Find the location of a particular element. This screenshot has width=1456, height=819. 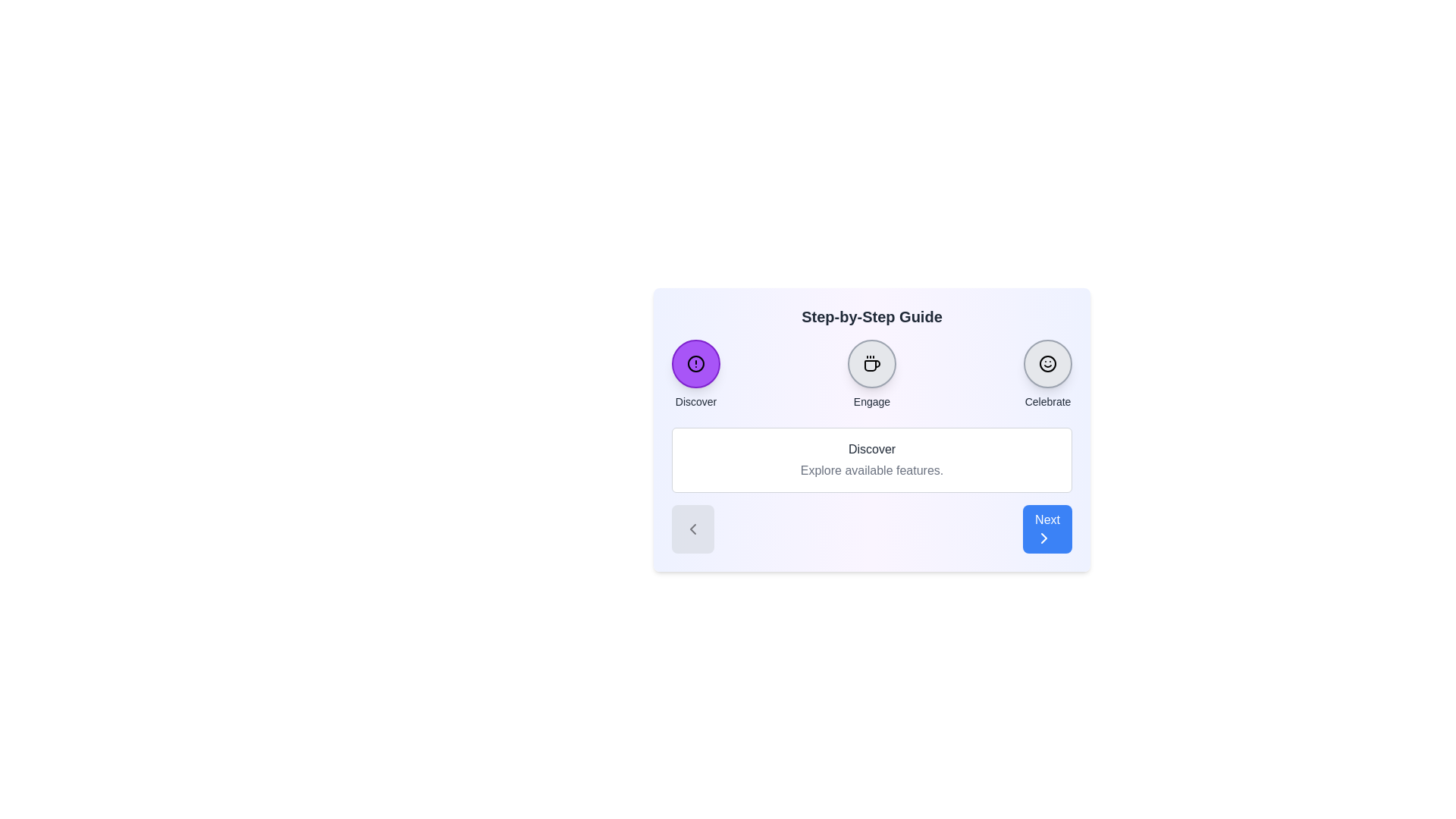

the purple circular button with an exclamation mark icon and the label 'Discover' is located at coordinates (695, 374).